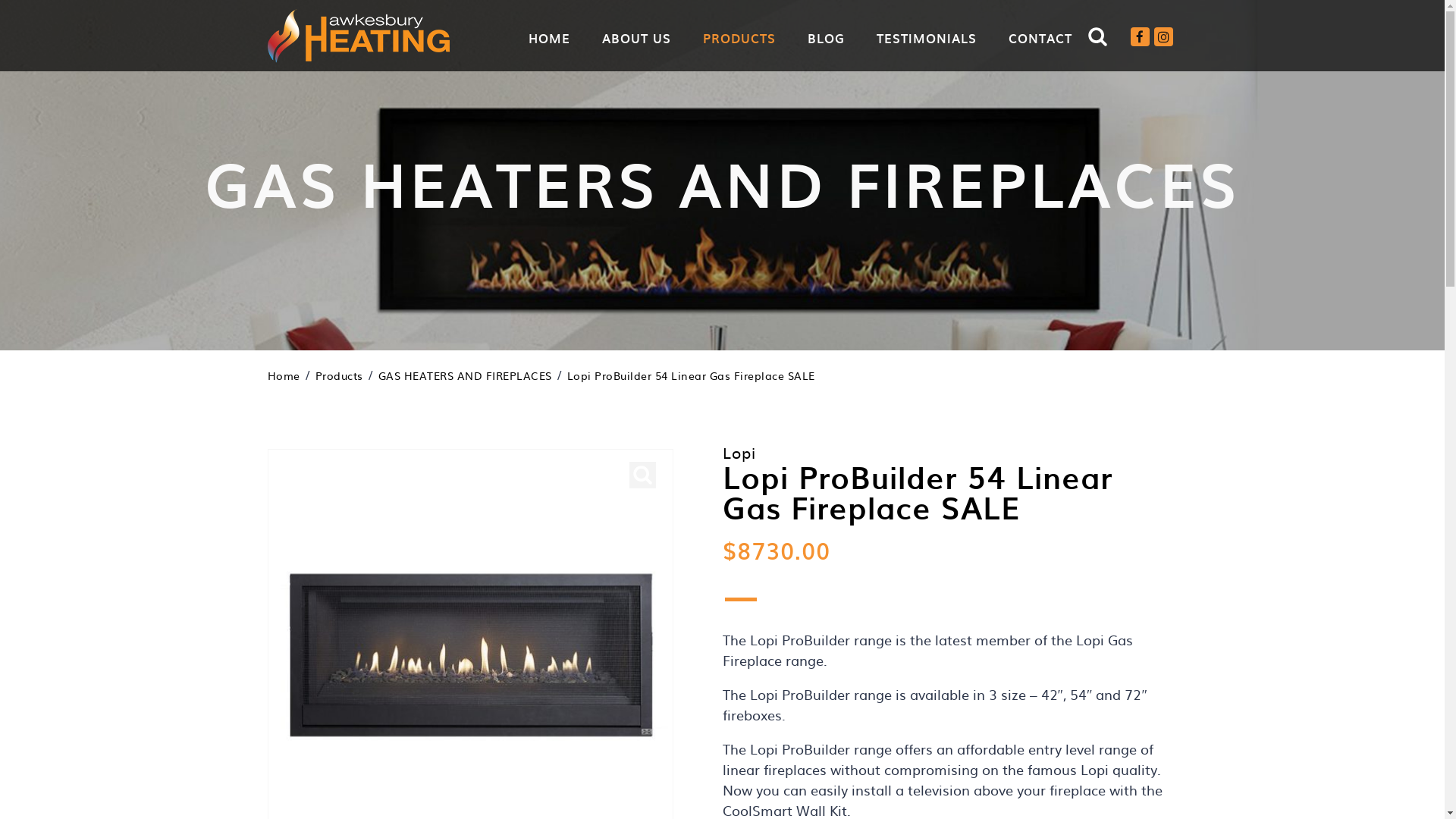  I want to click on 'PRODUCTS', so click(739, 37).